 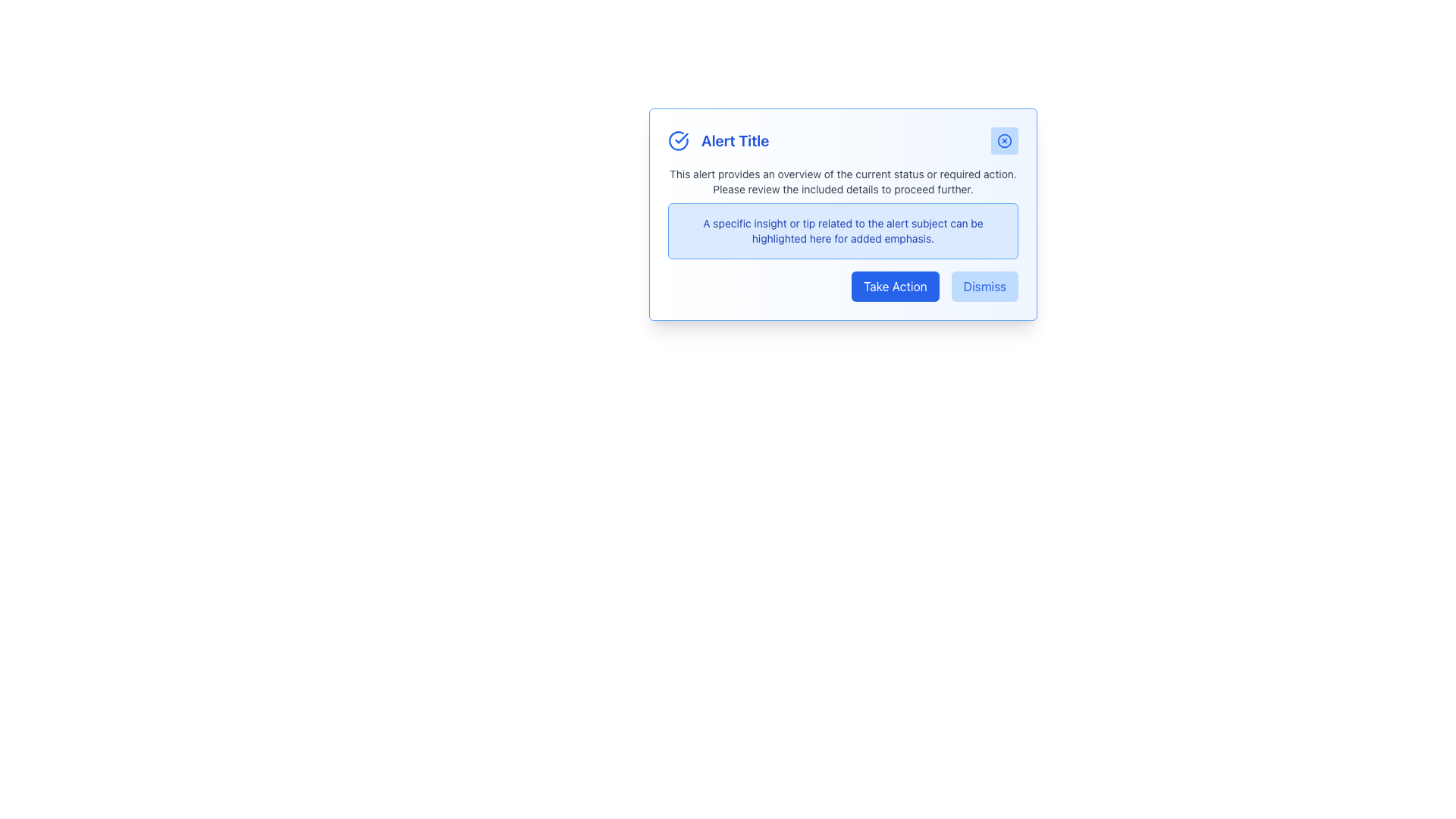 I want to click on the 'Take Action' button, which is a rectangular button with white text on a blue background, located in the bottom right of the alert box, so click(x=895, y=287).